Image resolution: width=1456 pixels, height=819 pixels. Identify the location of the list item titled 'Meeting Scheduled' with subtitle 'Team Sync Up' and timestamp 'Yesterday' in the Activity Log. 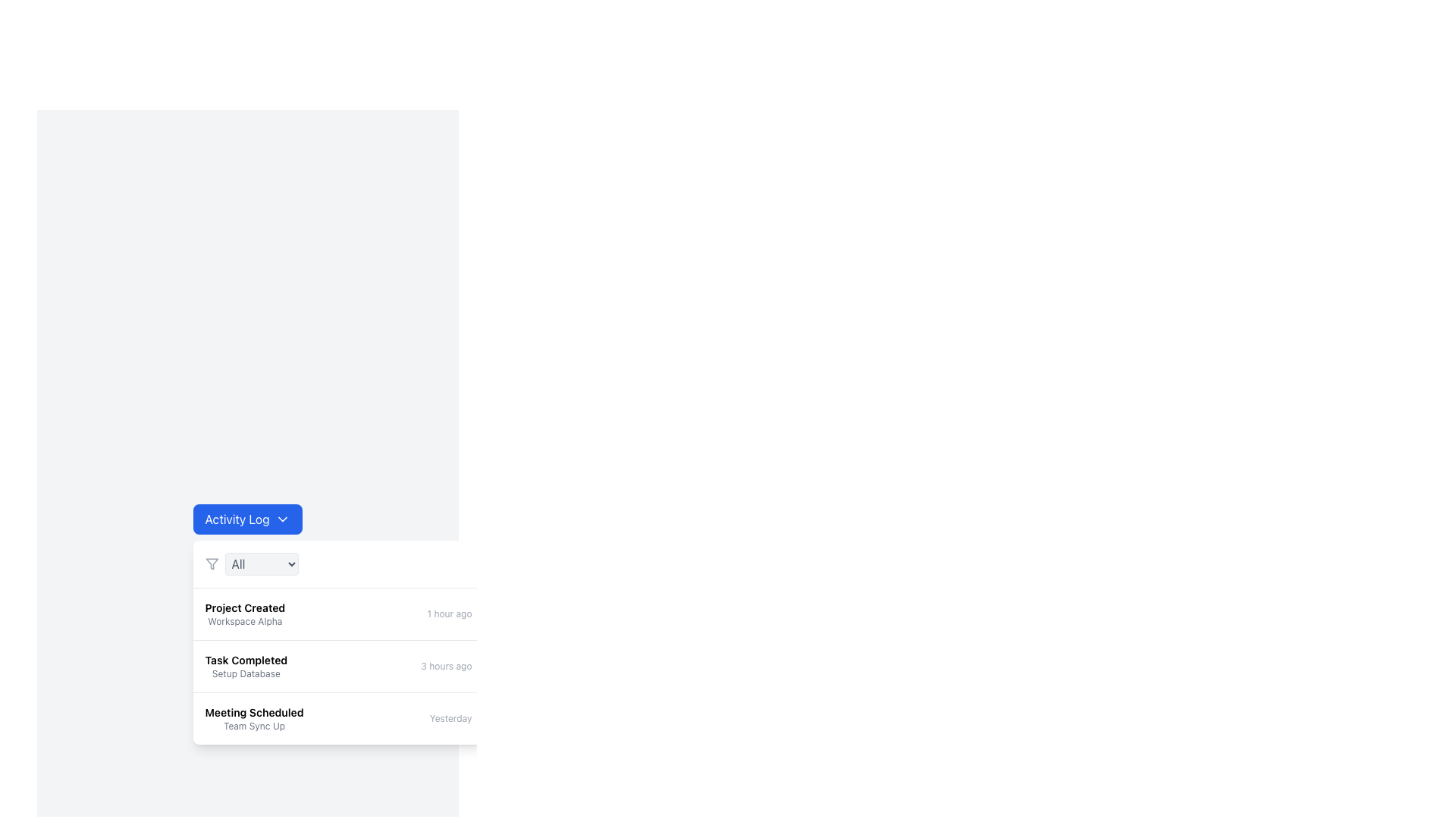
(337, 717).